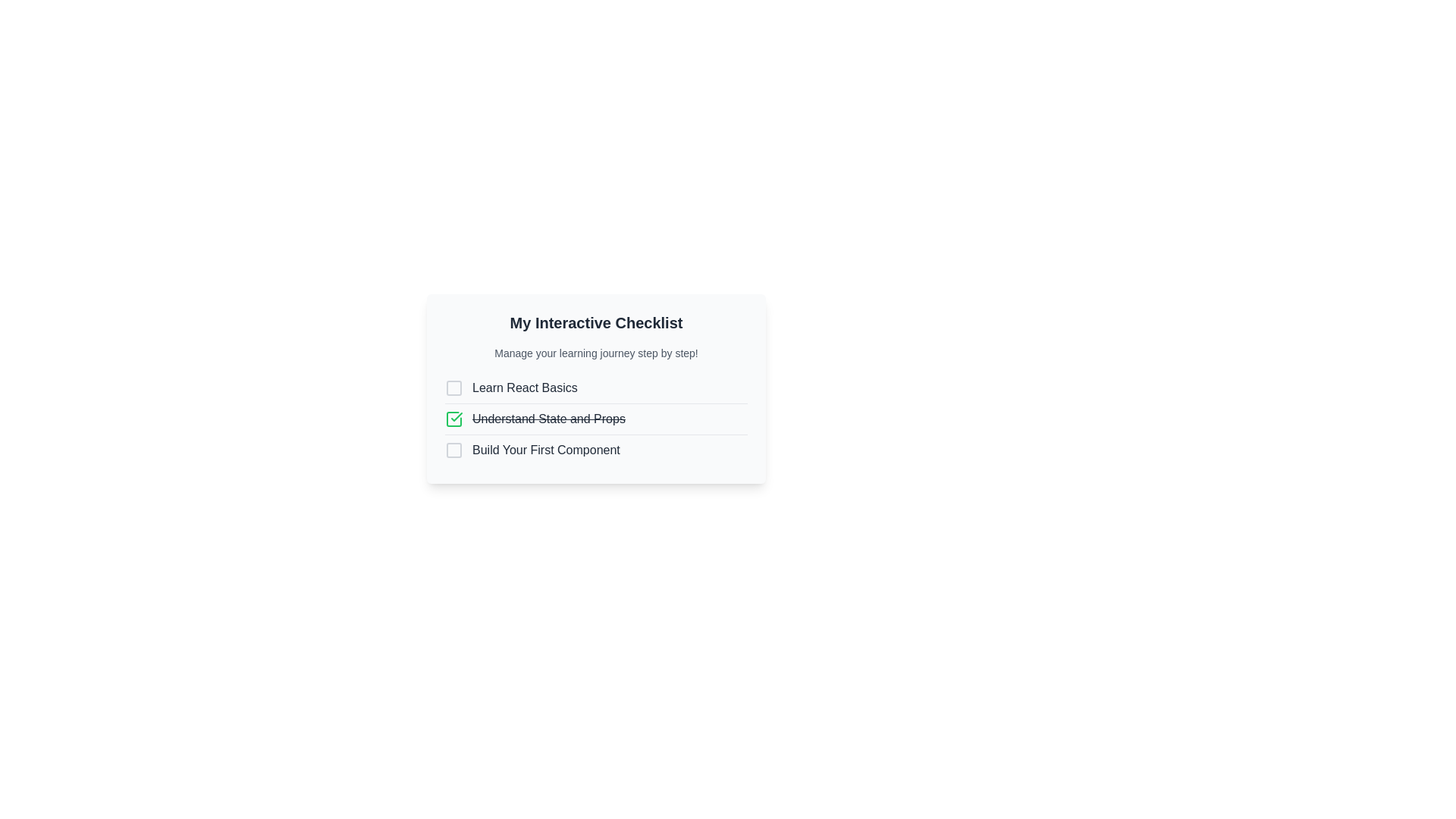  What do you see at coordinates (453, 388) in the screenshot?
I see `the small square SVG Rectangle with rounded corners, located at the top-left corner of the checklist interface before the text 'Learn React Basics.'` at bounding box center [453, 388].